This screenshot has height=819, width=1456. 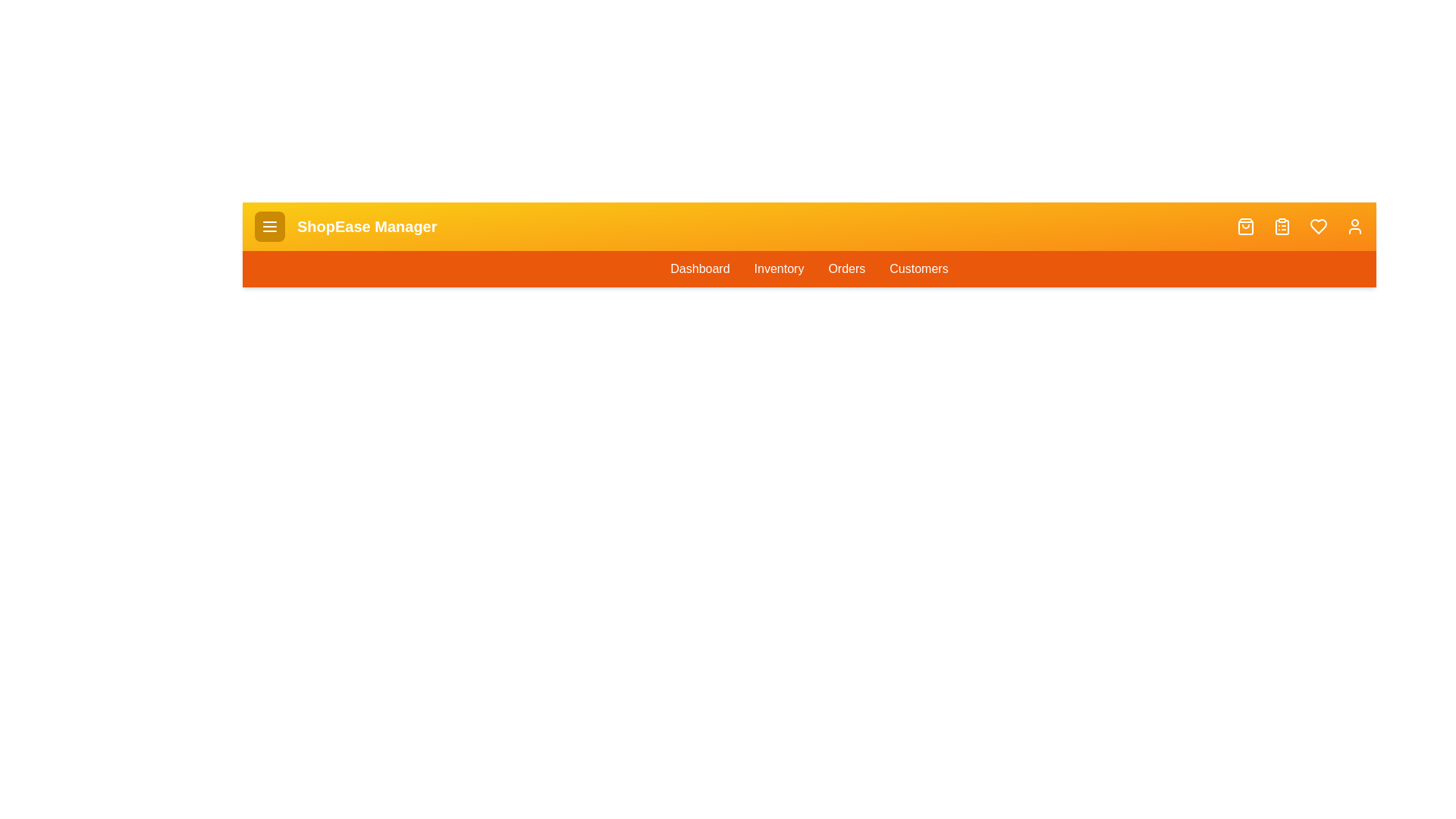 What do you see at coordinates (1281, 227) in the screenshot?
I see `the clipboard_list_icon to observe its hover effect` at bounding box center [1281, 227].